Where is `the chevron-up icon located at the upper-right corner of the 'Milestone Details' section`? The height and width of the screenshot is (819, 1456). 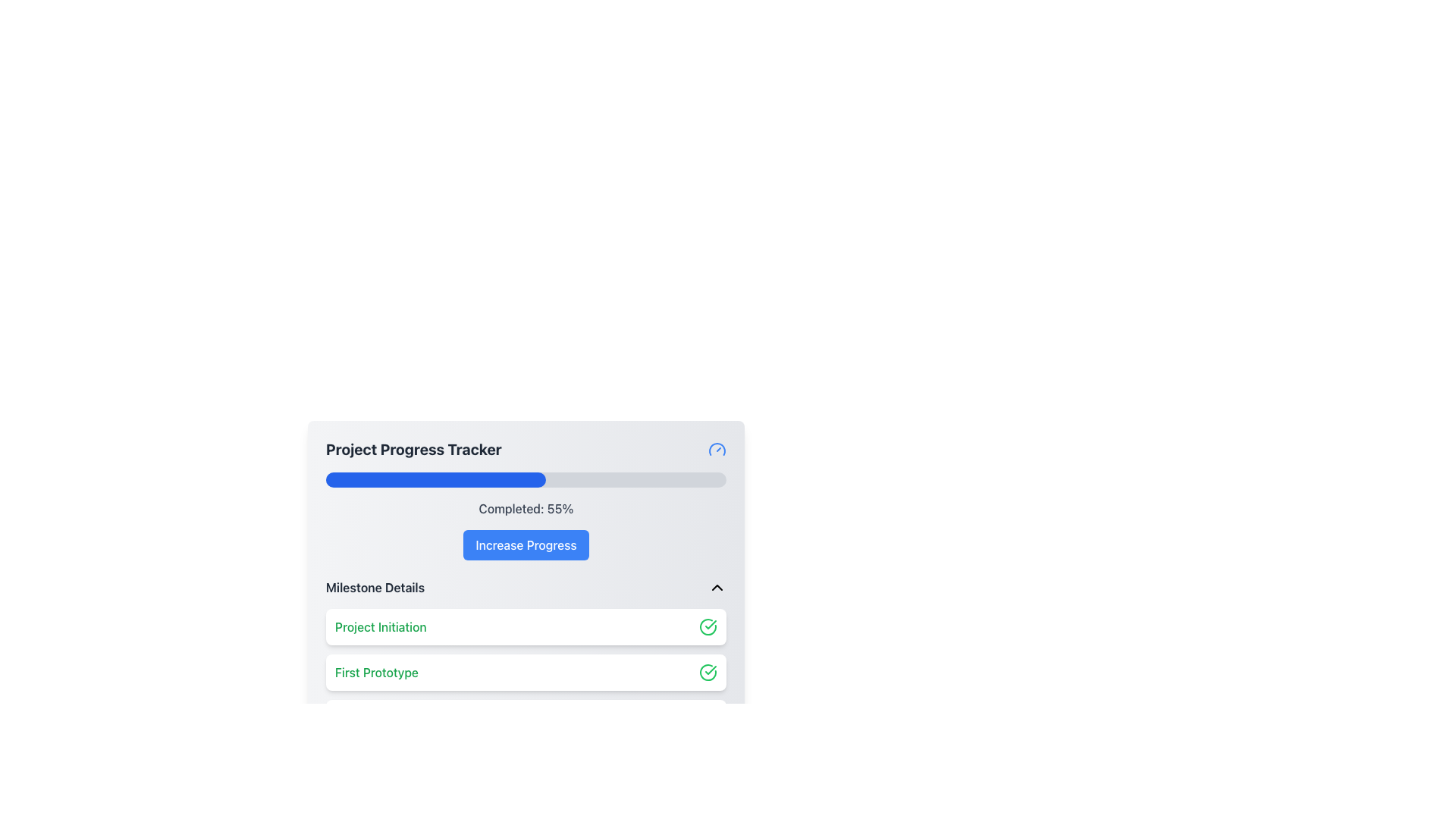
the chevron-up icon located at the upper-right corner of the 'Milestone Details' section is located at coordinates (716, 587).